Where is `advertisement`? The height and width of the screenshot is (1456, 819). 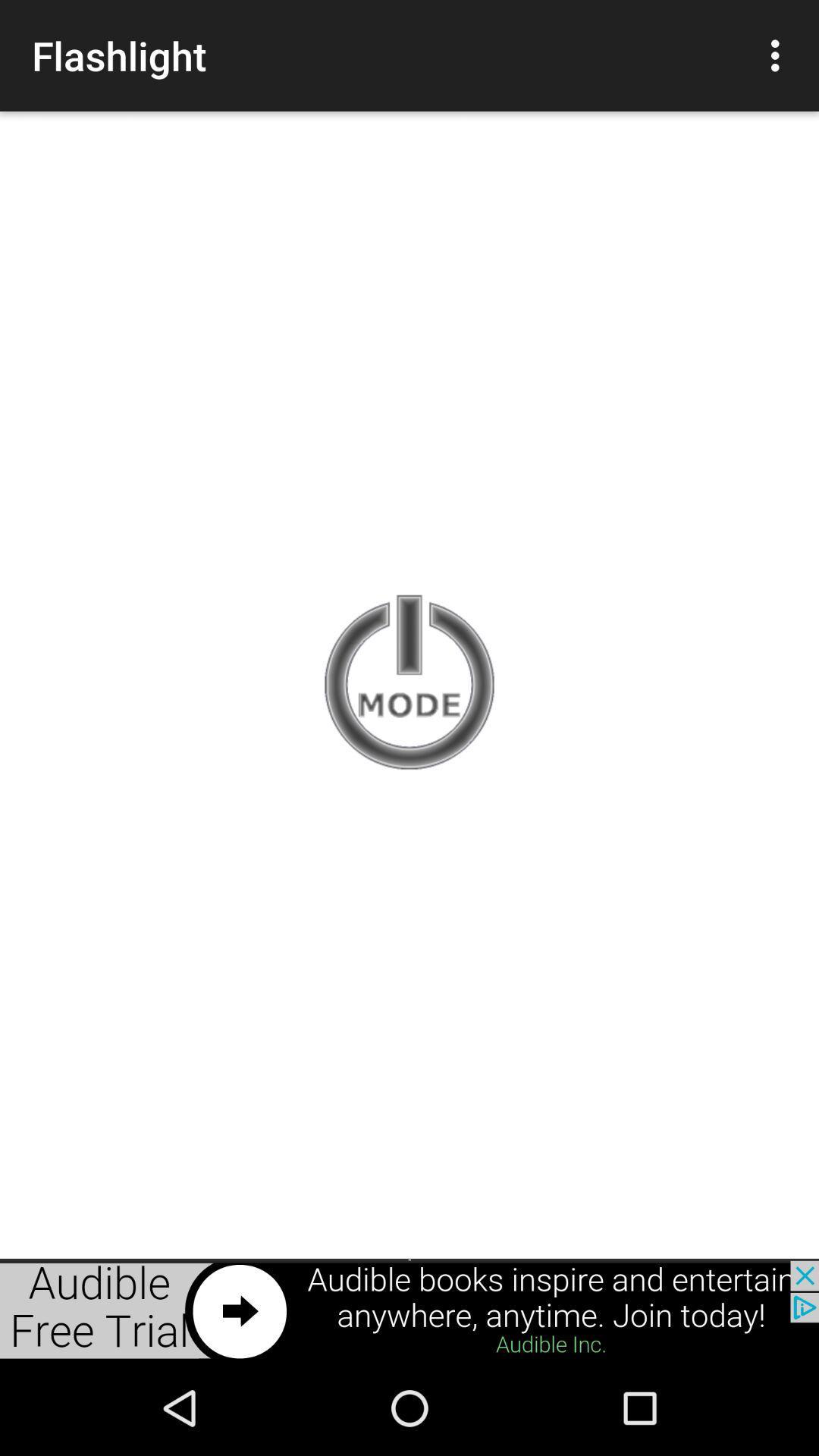
advertisement is located at coordinates (409, 1310).